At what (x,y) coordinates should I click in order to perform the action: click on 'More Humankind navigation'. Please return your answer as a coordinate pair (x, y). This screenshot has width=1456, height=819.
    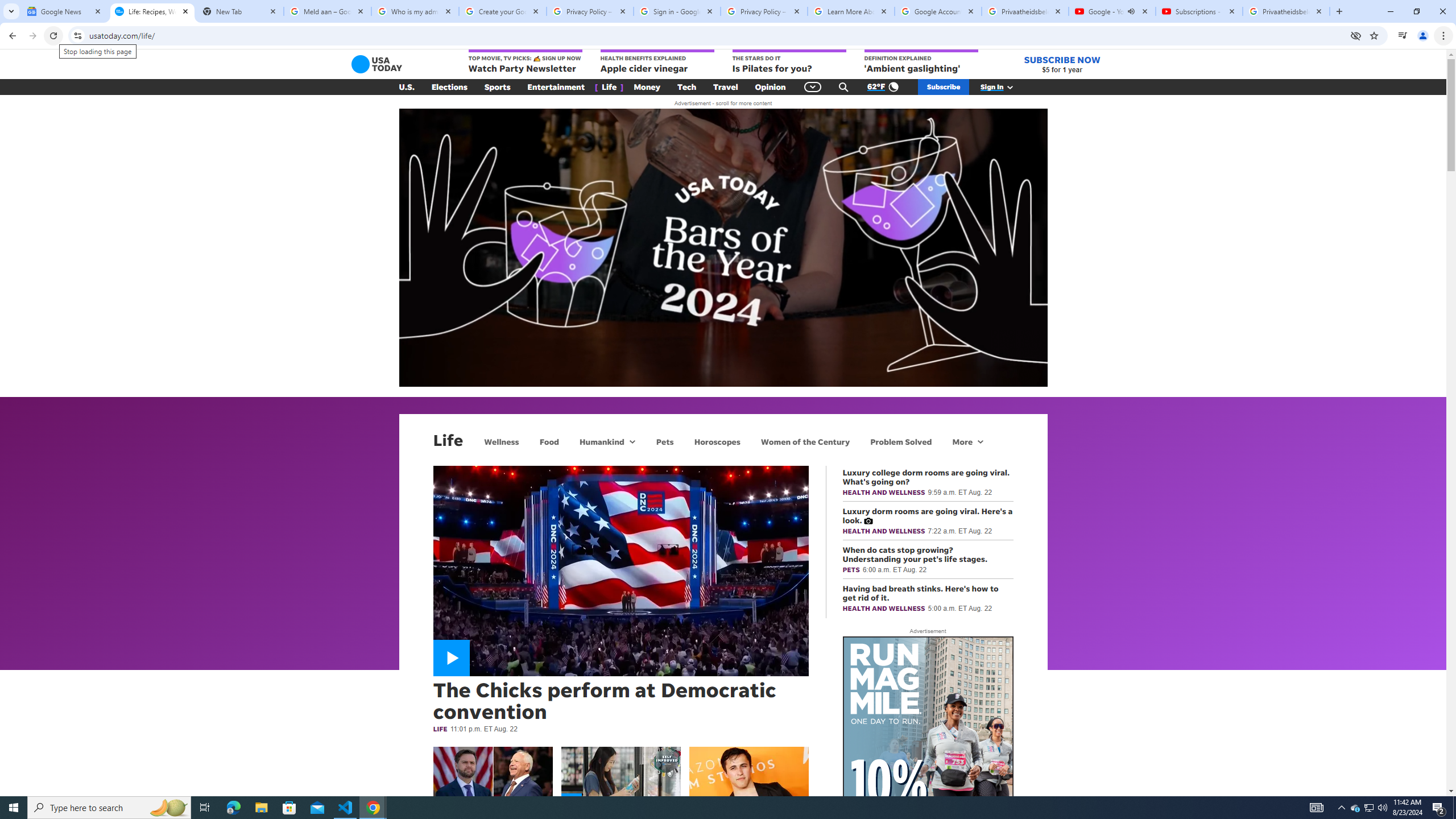
    Looking at the image, I should click on (631, 441).